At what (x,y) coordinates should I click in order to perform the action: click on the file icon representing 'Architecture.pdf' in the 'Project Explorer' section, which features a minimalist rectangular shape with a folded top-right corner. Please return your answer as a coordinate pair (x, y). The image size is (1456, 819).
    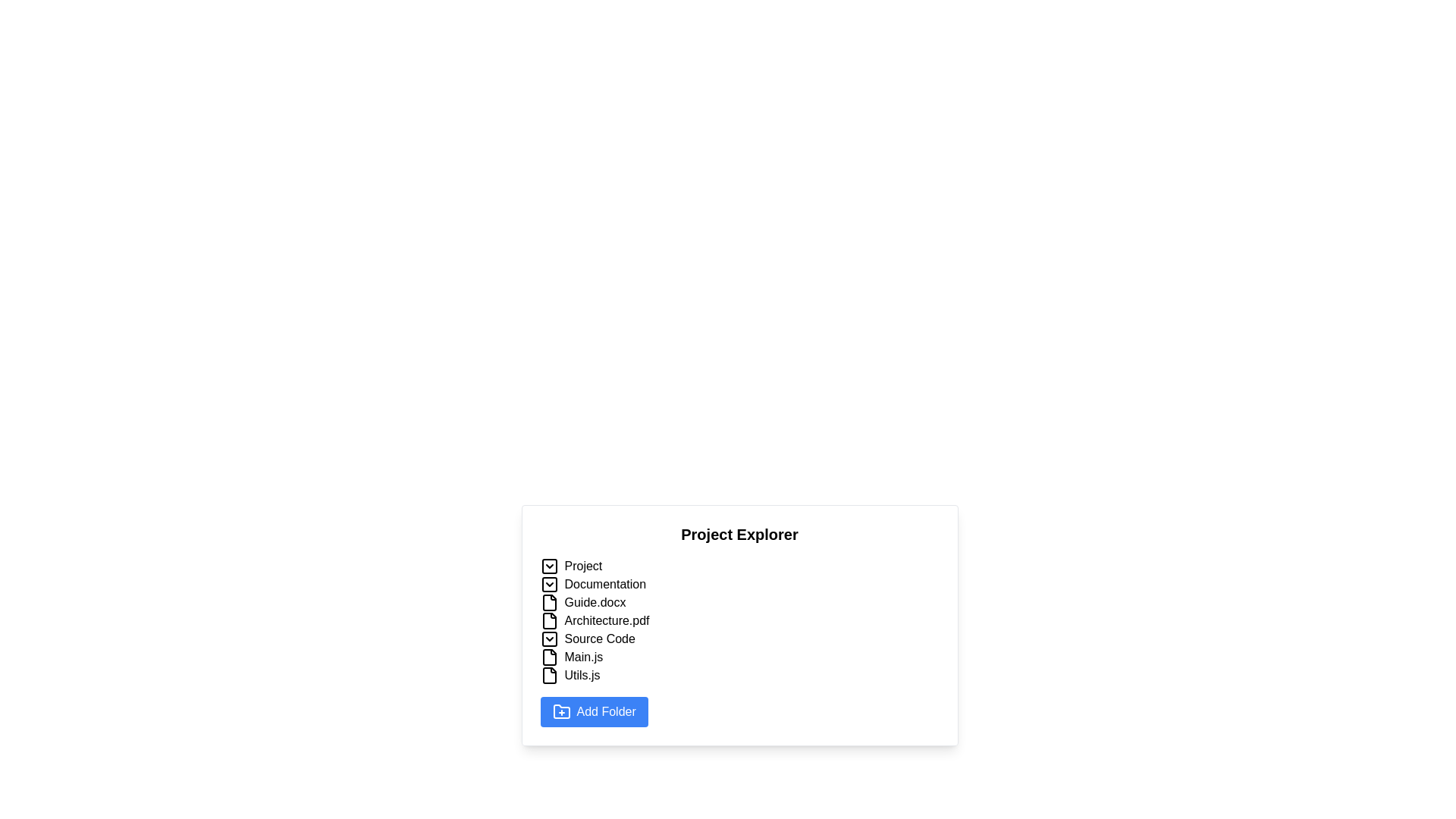
    Looking at the image, I should click on (548, 620).